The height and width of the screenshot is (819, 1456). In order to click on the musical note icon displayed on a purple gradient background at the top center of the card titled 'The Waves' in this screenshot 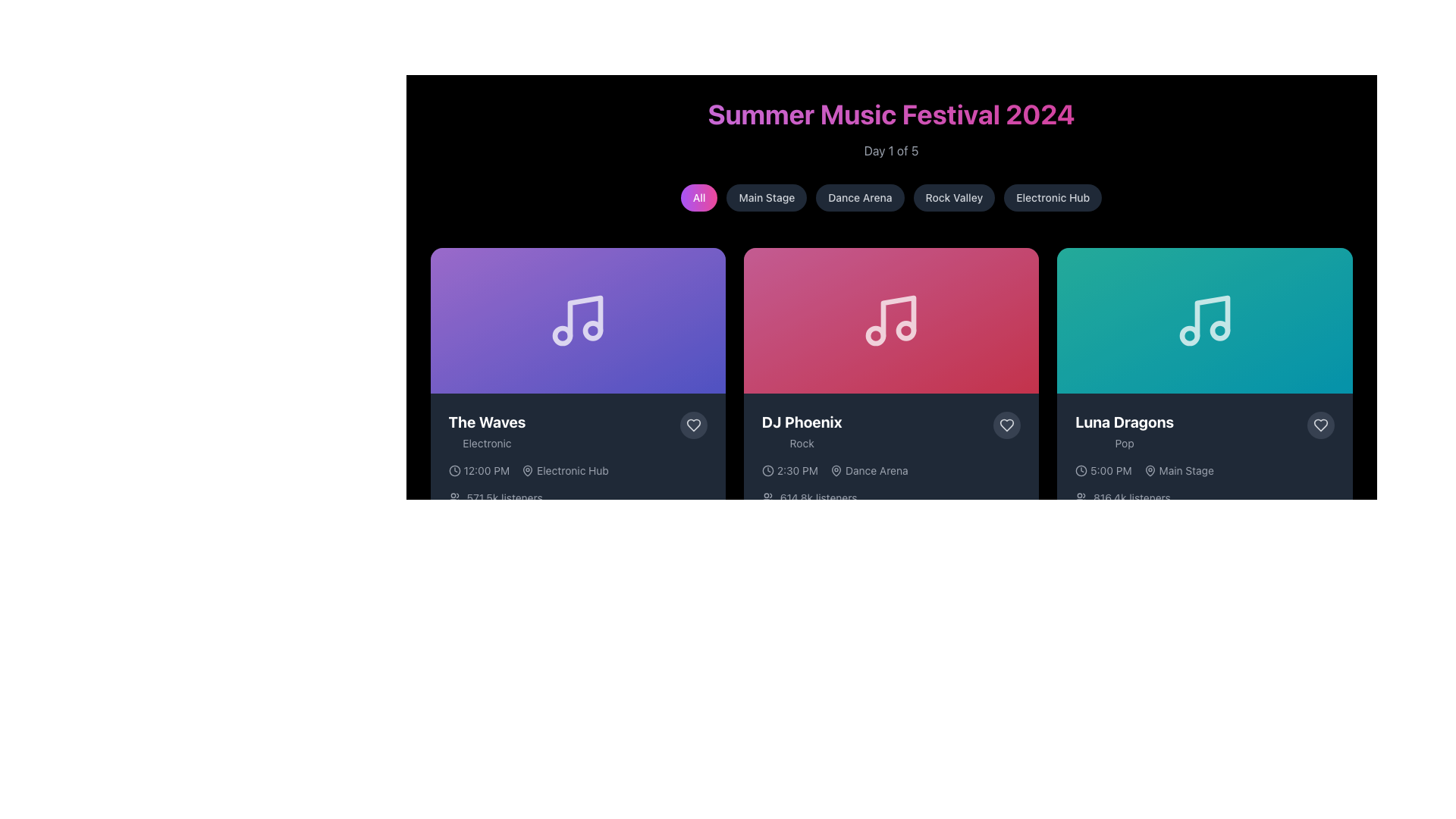, I will do `click(577, 320)`.